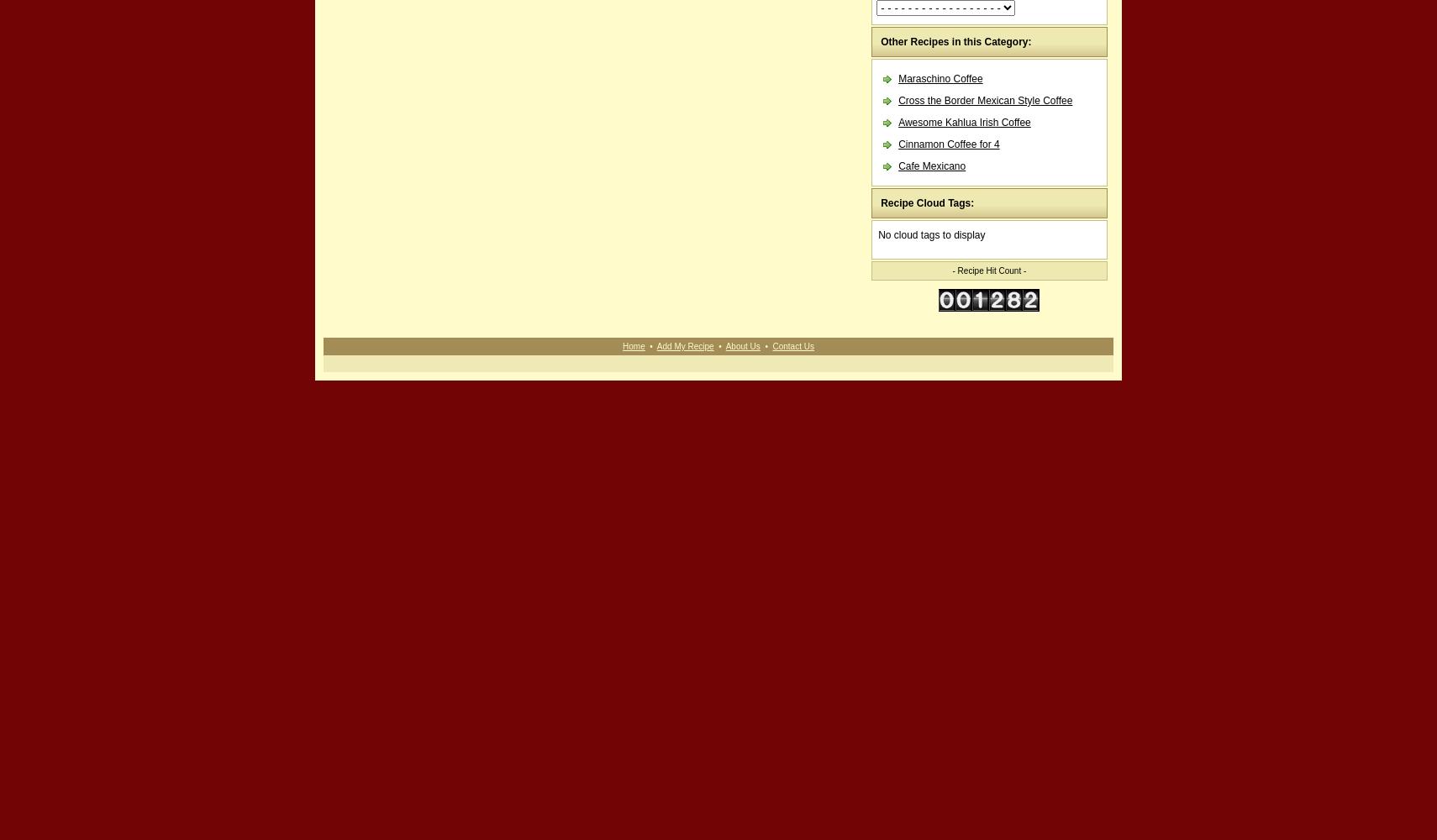  I want to click on 'Home', so click(633, 346).